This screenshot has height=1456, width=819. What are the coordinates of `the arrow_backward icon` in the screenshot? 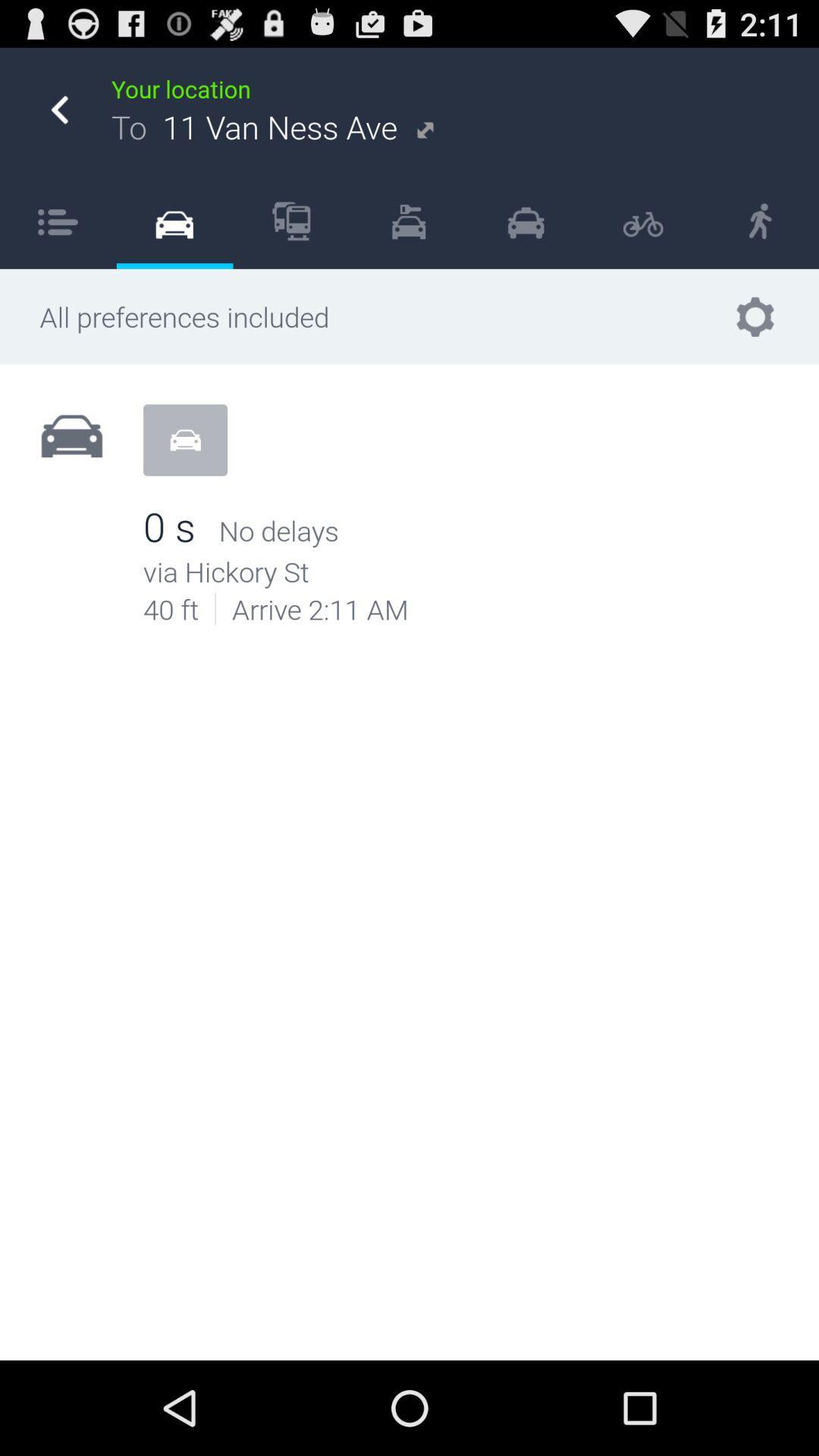 It's located at (58, 118).